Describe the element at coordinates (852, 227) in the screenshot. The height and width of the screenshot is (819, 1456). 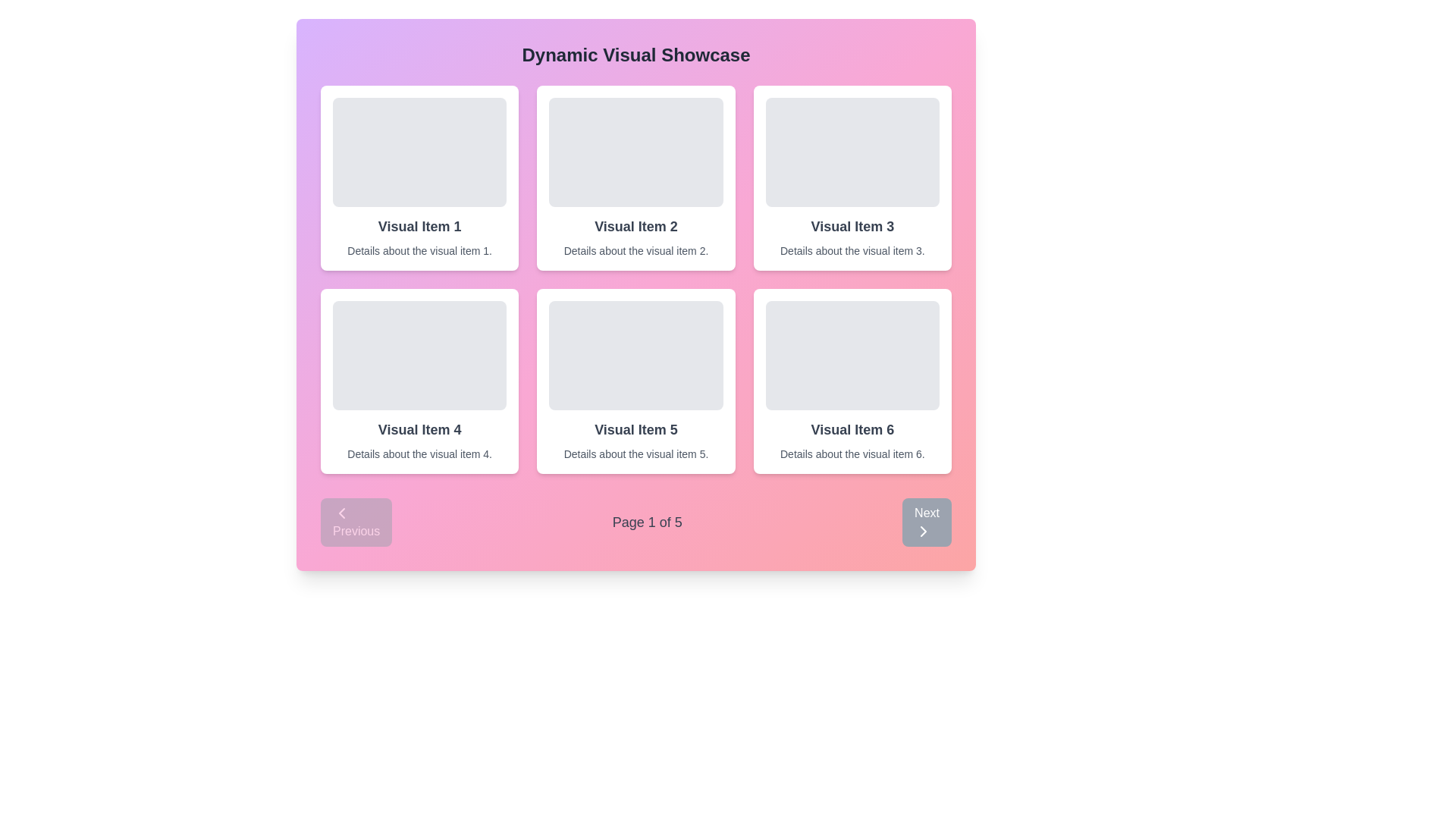
I see `the text label displaying 'Visual Item 3', which is located in the upper-right card of the layout, positioned below the top graphic and above the description text` at that location.